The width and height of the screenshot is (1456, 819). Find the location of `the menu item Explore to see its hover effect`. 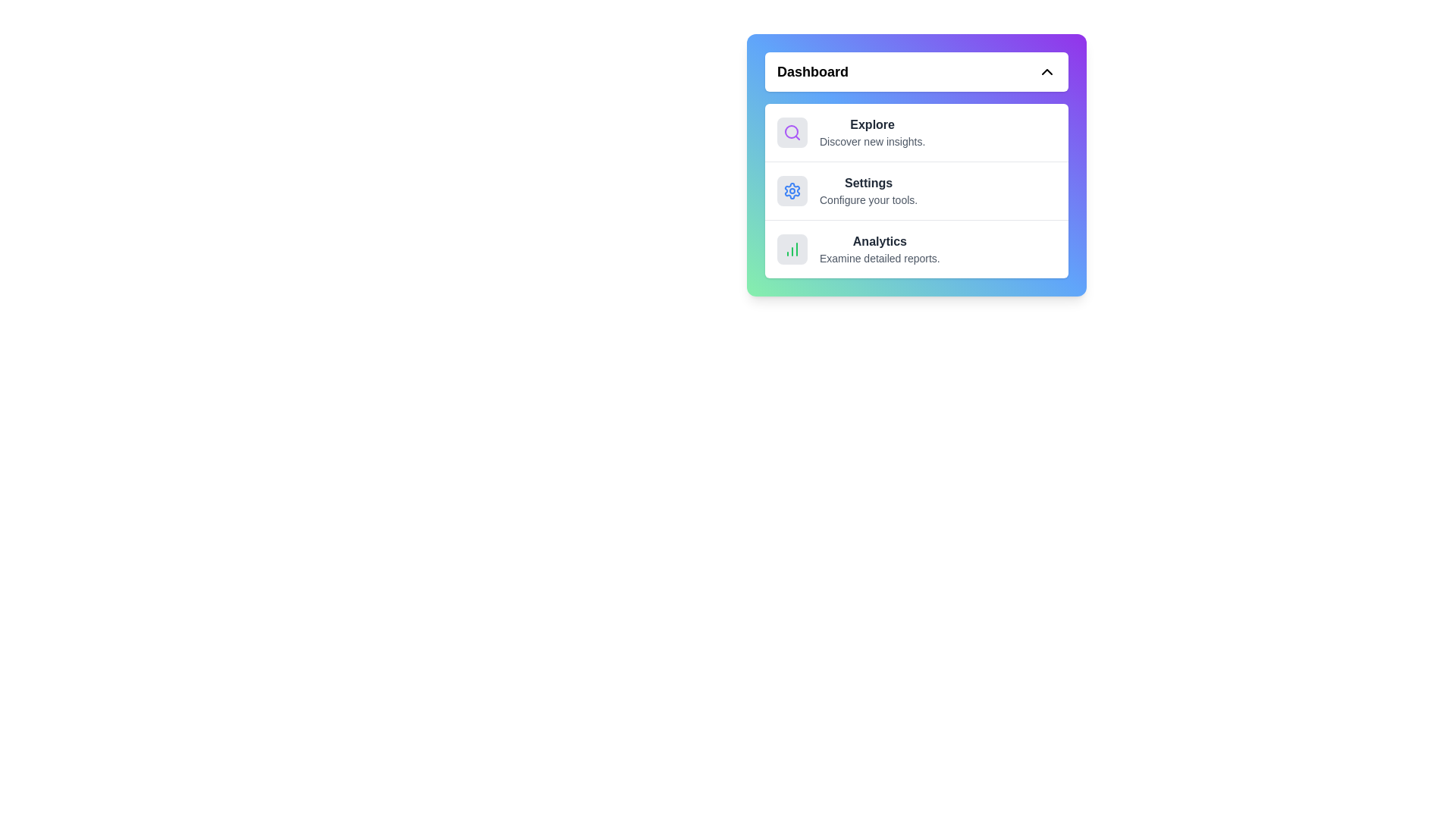

the menu item Explore to see its hover effect is located at coordinates (916, 131).